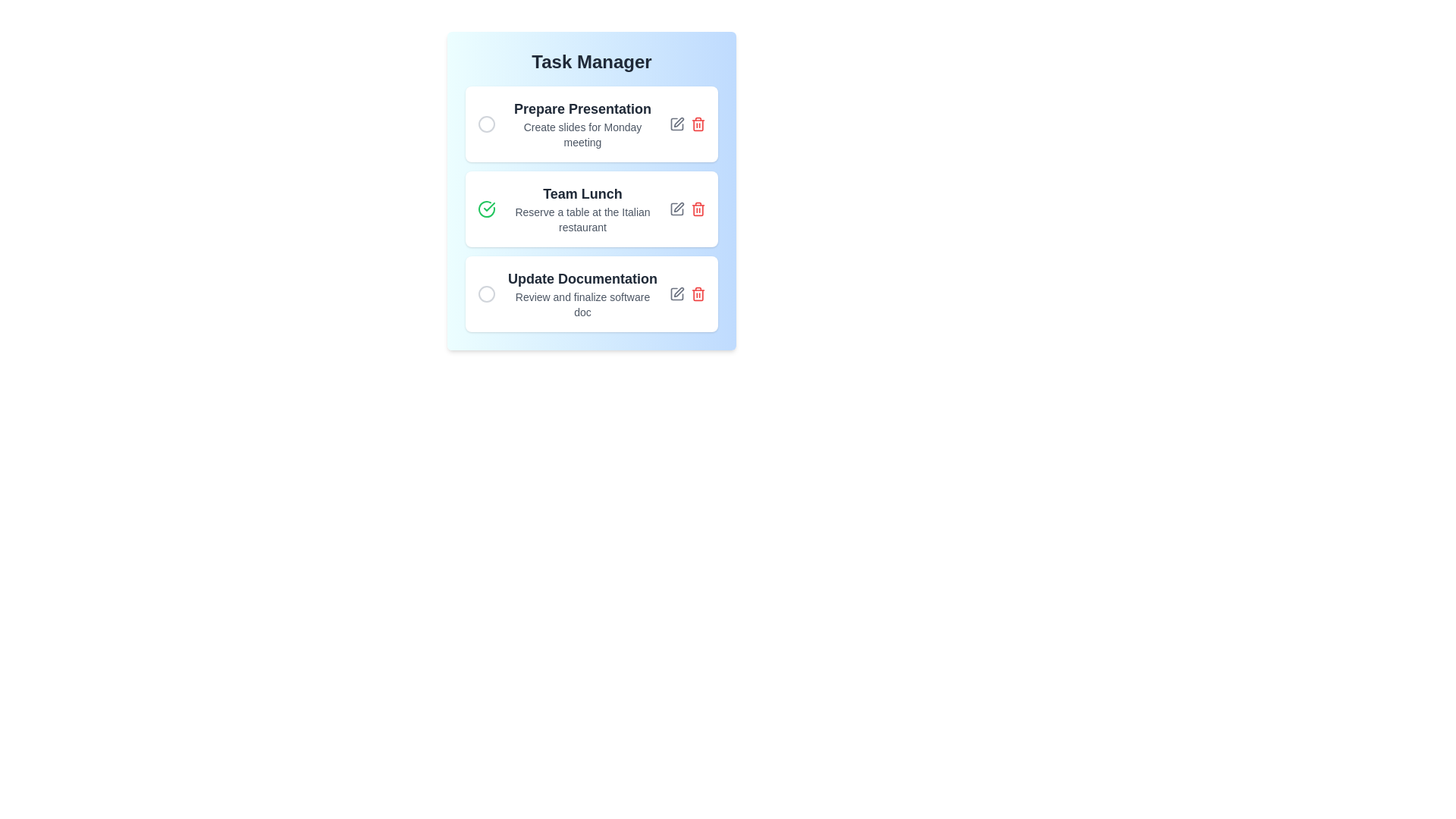  I want to click on the information of the task titled Update Documentation, so click(582, 294).